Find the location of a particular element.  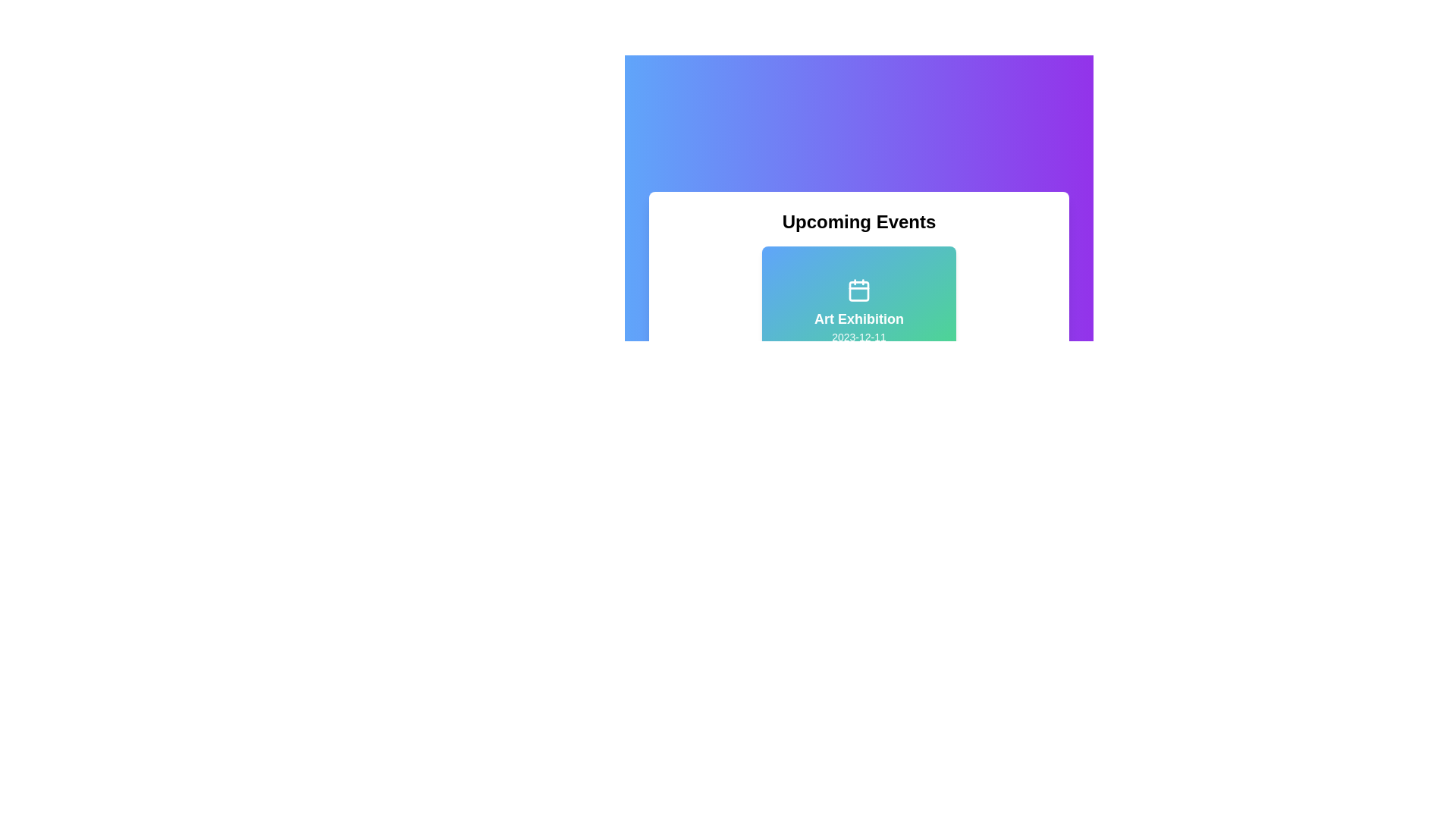

the main rounded rectangle component located centrally within the calendar icon, which is above the text 'Art Exhibition 2023-12-11' is located at coordinates (858, 291).